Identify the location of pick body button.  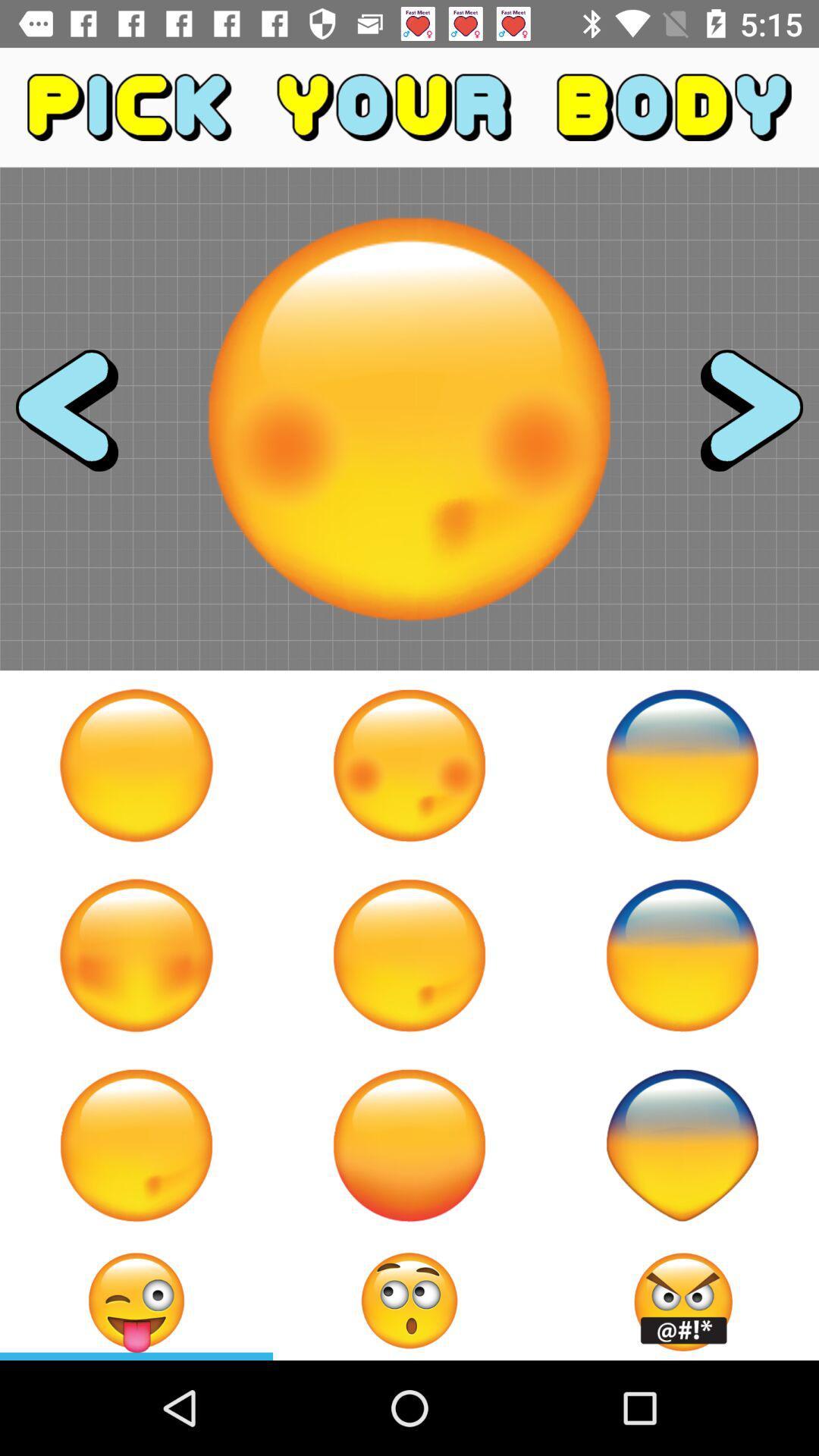
(681, 954).